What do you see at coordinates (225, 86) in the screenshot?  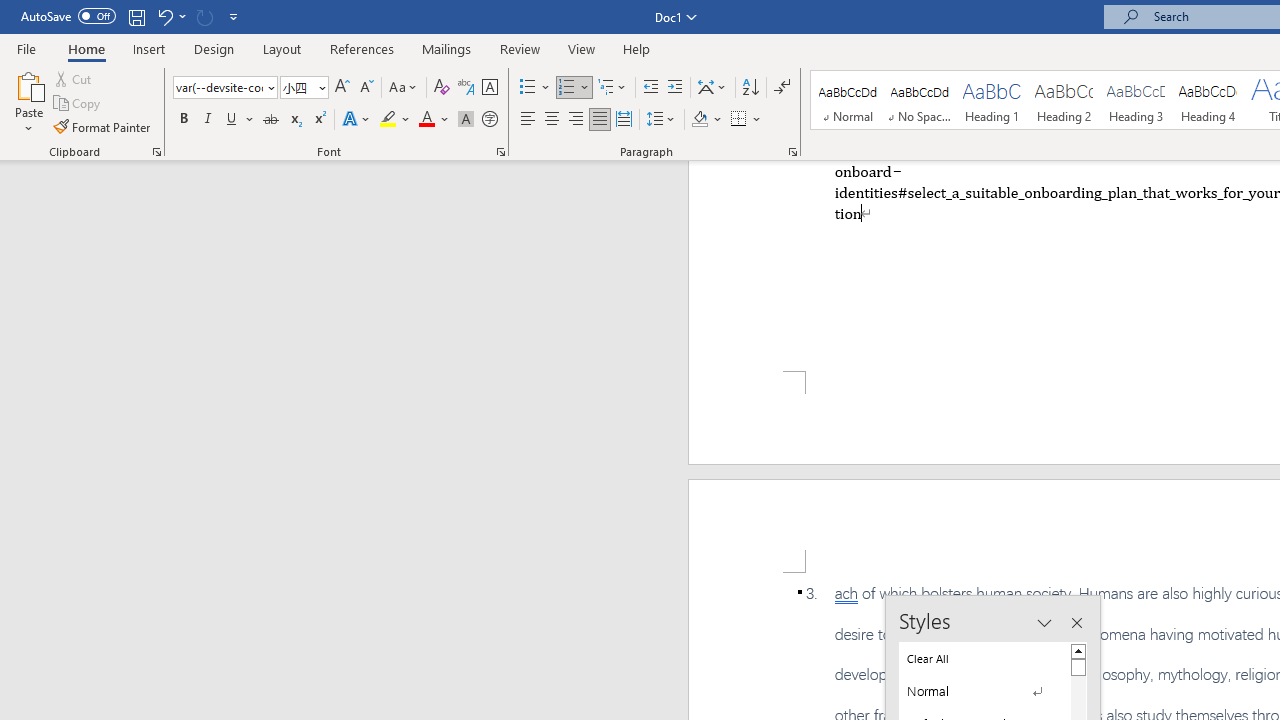 I see `'Font'` at bounding box center [225, 86].